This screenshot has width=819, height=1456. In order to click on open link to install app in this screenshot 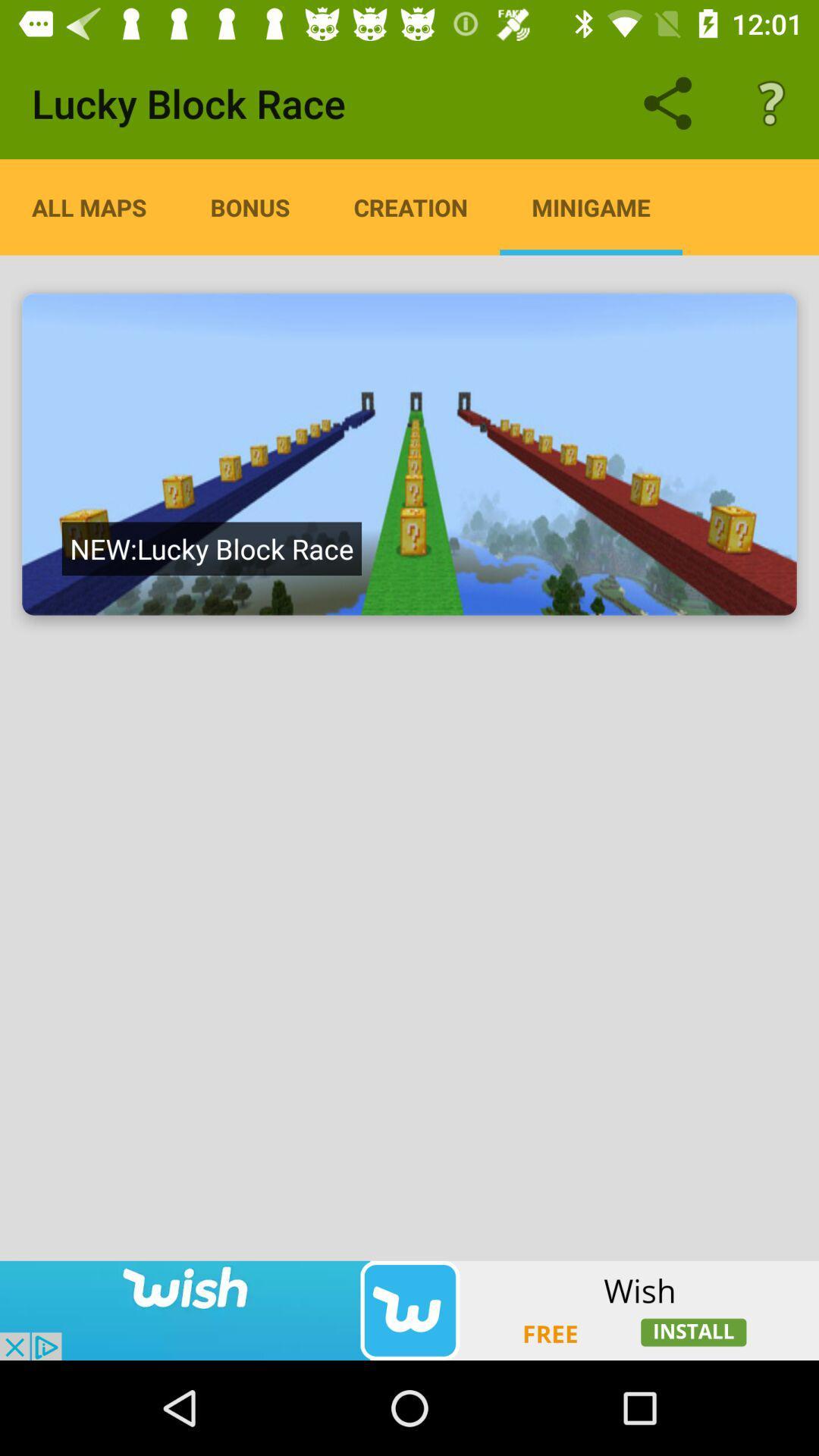, I will do `click(409, 1310)`.